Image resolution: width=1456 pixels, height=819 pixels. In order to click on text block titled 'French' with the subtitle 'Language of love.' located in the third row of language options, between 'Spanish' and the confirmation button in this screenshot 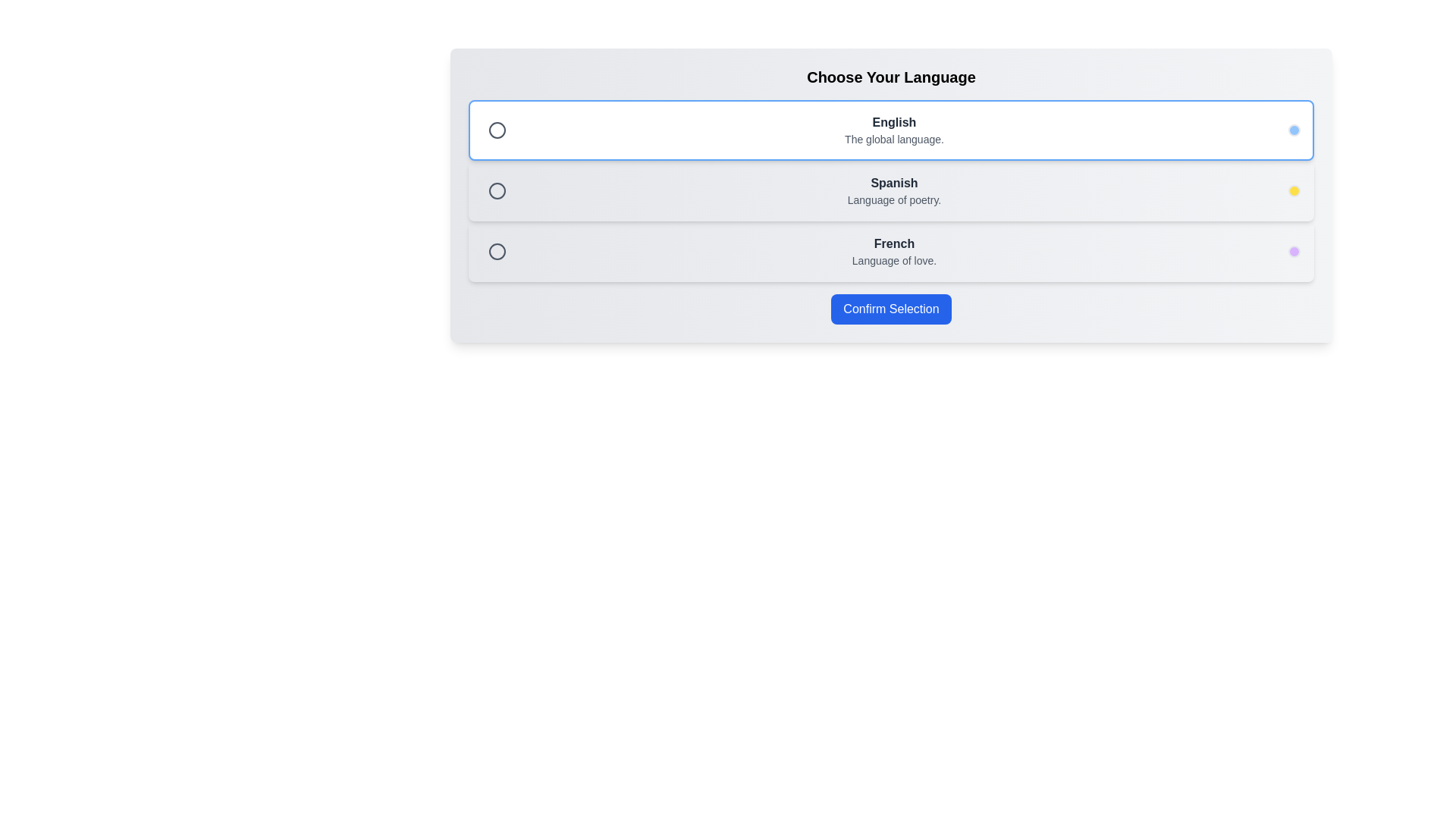, I will do `click(894, 250)`.